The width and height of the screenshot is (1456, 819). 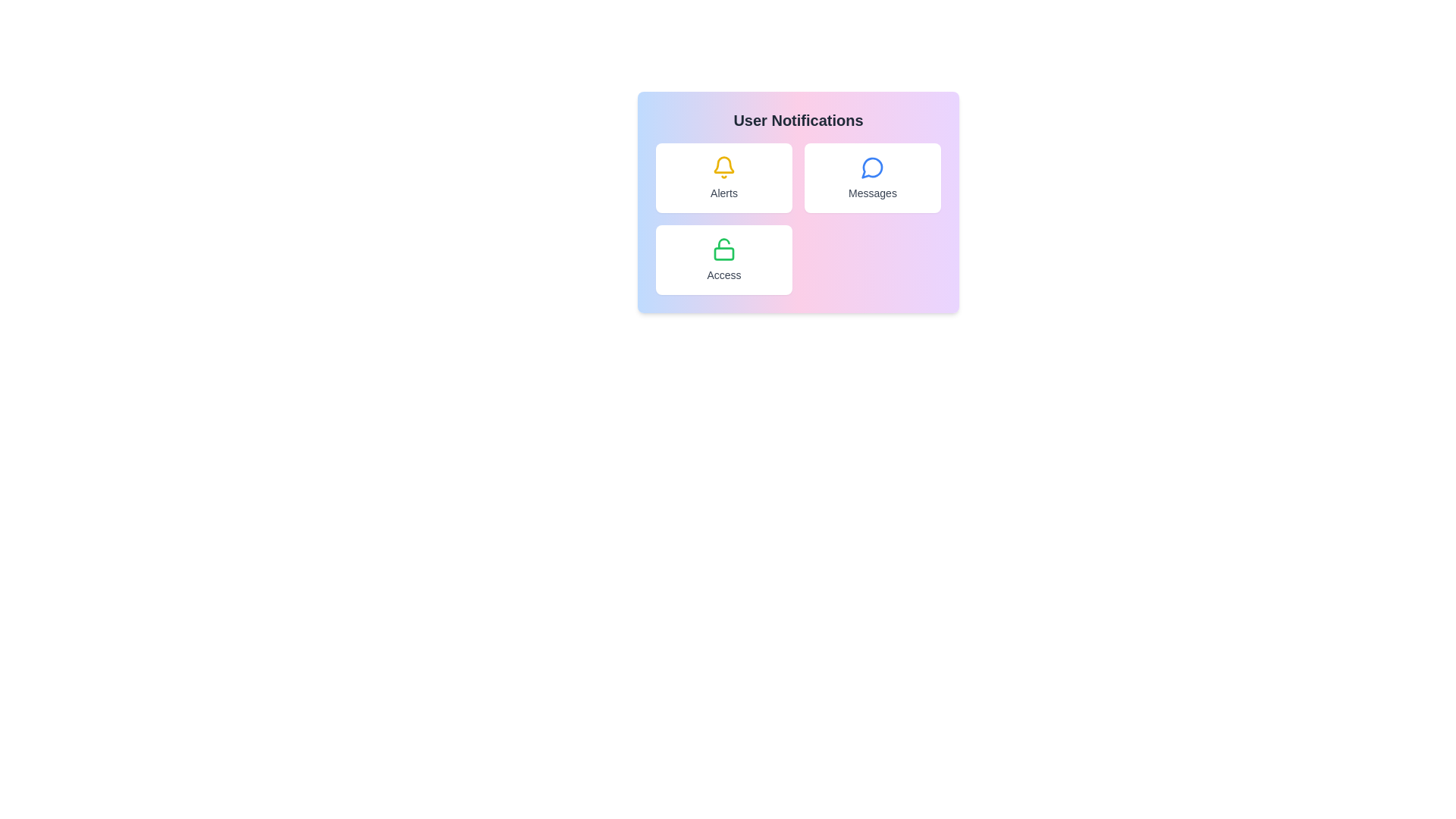 What do you see at coordinates (723, 192) in the screenshot?
I see `the text label displaying 'Alerts', which is located at the bottom of the 'Alerts' notification card in the 'User Notifications' section` at bounding box center [723, 192].